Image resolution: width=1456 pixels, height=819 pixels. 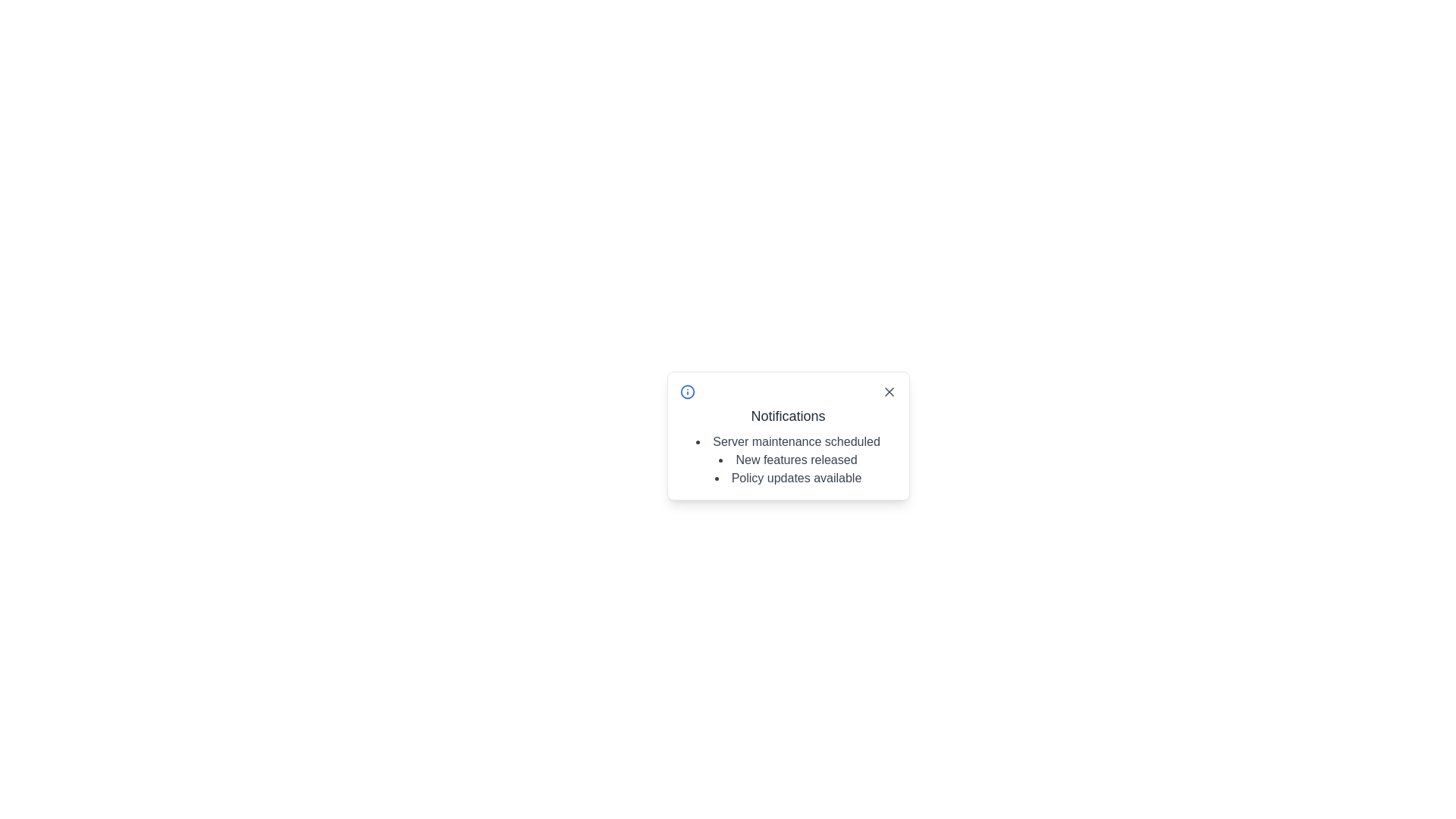 I want to click on the text 'Policy updates available' which is styled with a dark font and appears as the third item in a bulleted list within a notification box, so click(x=788, y=479).